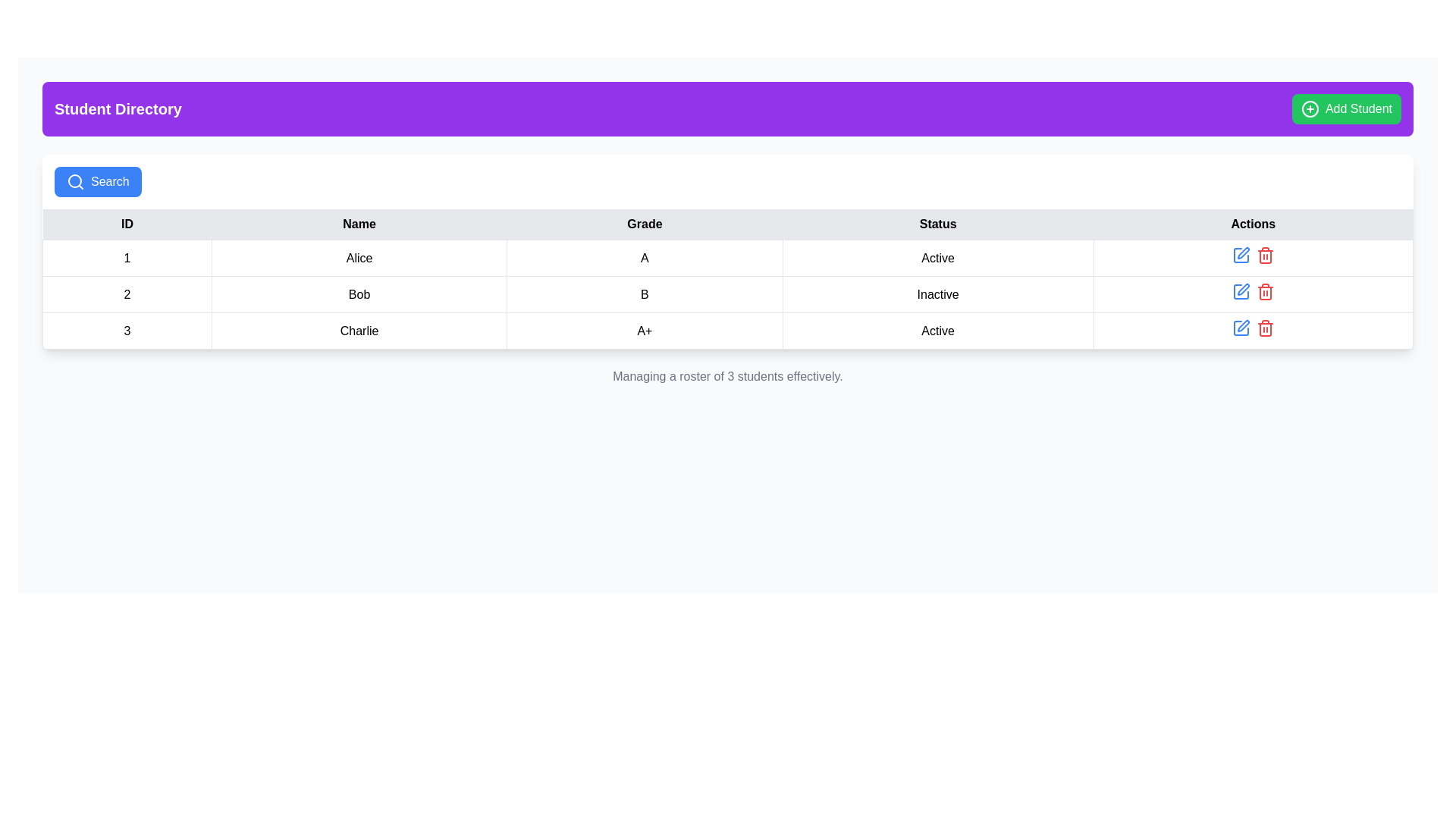 The height and width of the screenshot is (819, 1456). I want to click on the edit button in the 'Actions' column of the second row for the student named Bob to modify the associated student record, so click(1243, 289).